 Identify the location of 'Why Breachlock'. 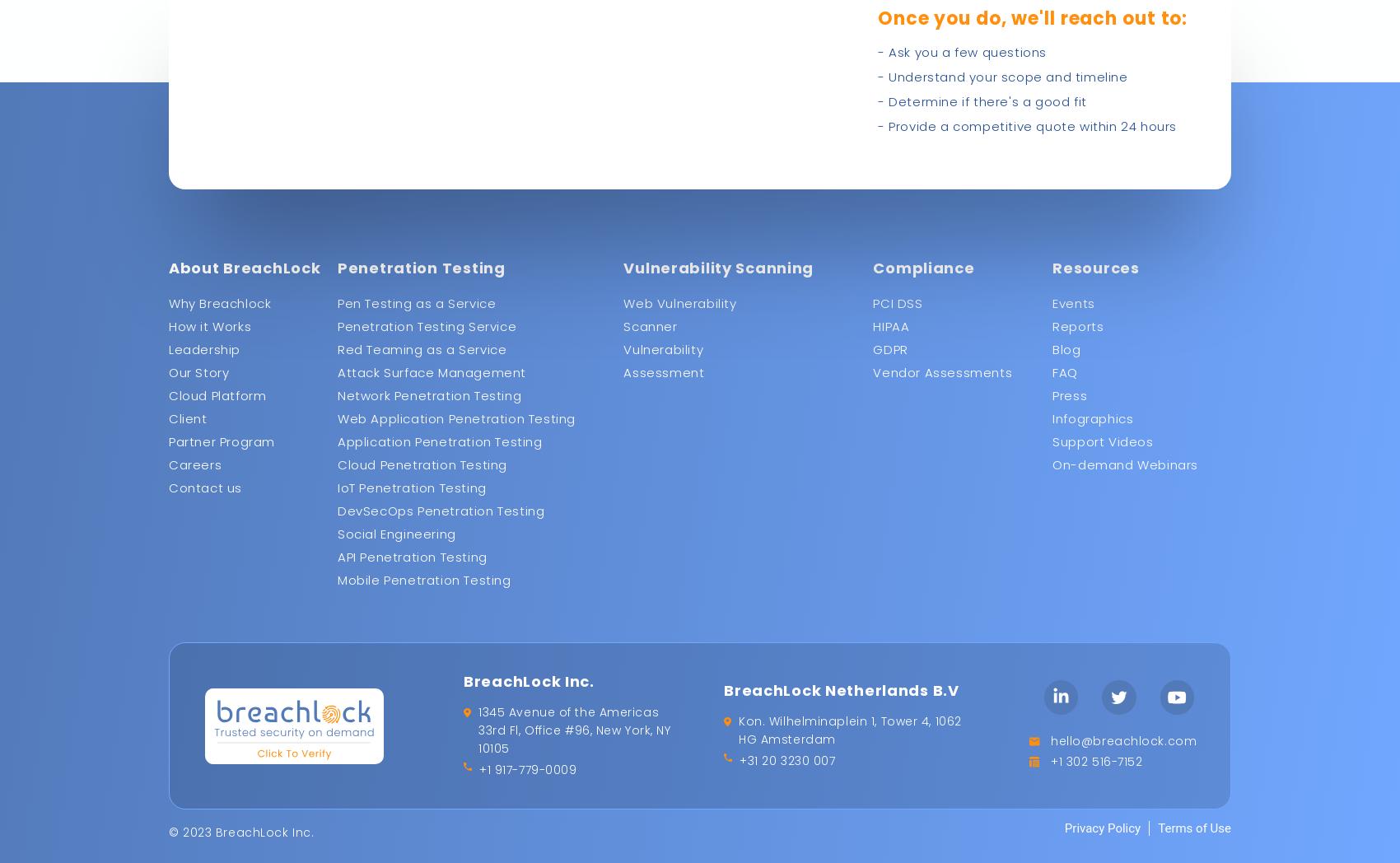
(220, 302).